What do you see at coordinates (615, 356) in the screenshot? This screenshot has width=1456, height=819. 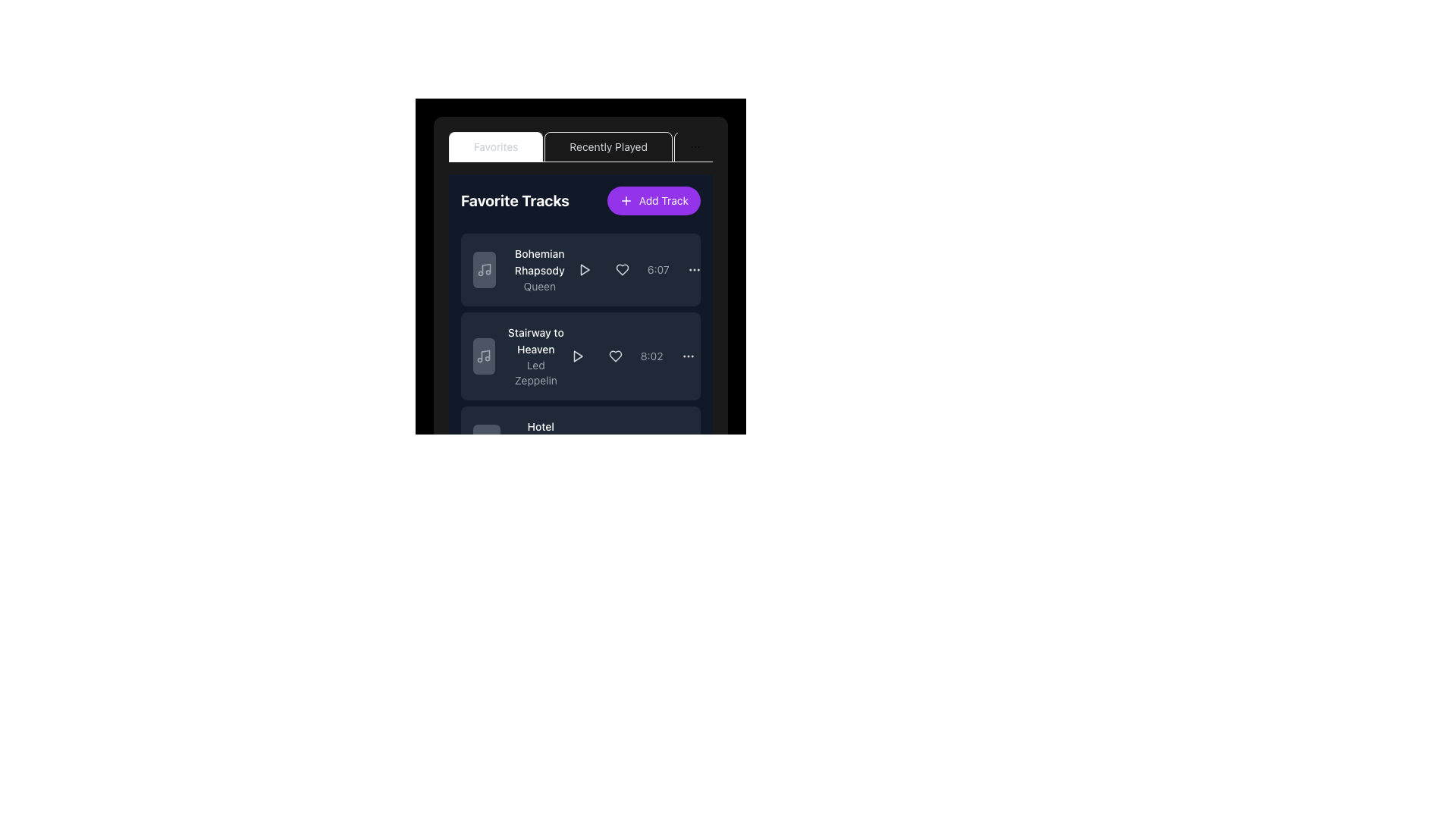 I see `the heart-shaped icon button next to the track 'Stairway to Heaven' by Led Zeppelin` at bounding box center [615, 356].